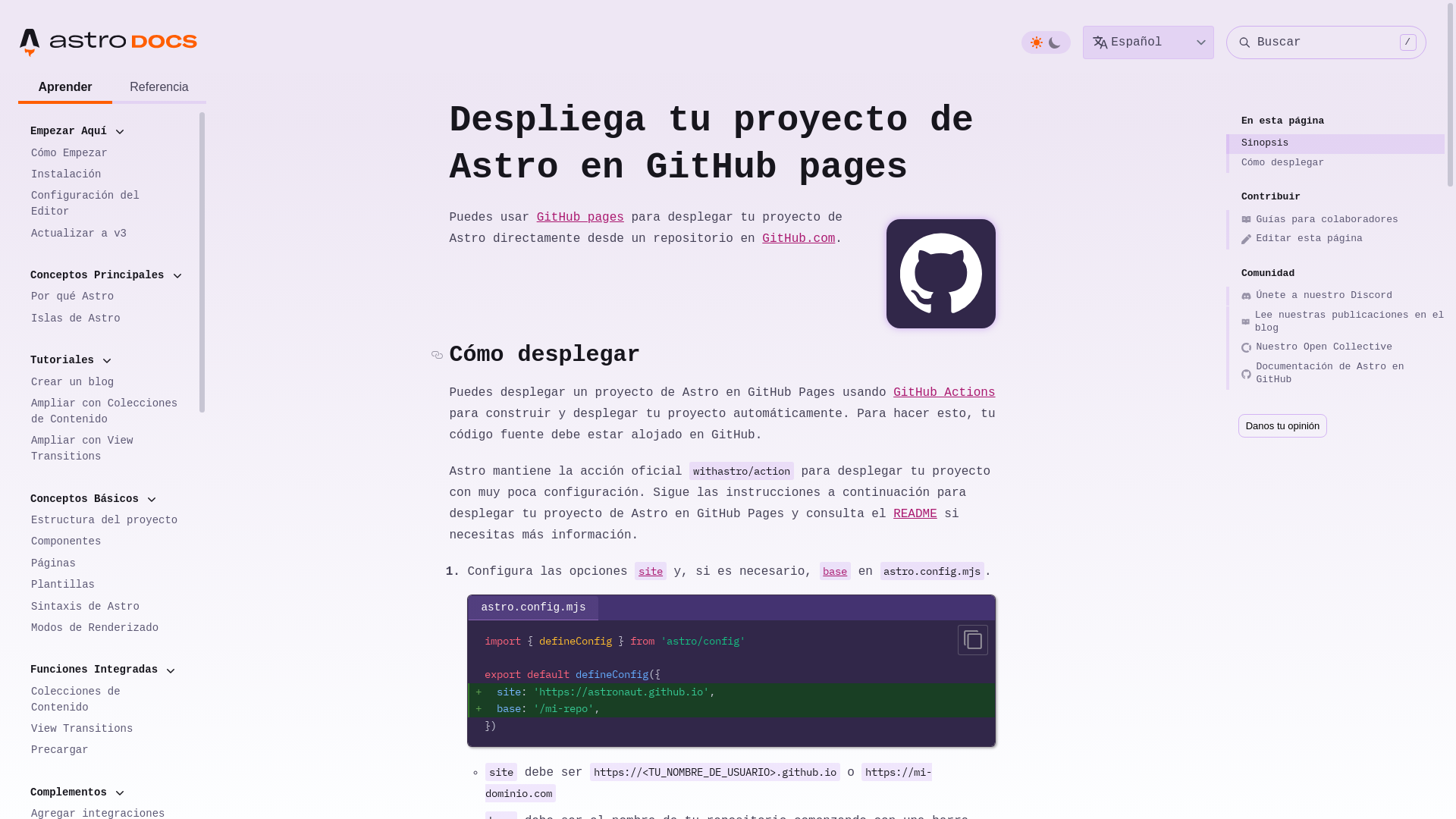 The width and height of the screenshot is (1456, 819). What do you see at coordinates (579, 217) in the screenshot?
I see `'GitHub pages'` at bounding box center [579, 217].